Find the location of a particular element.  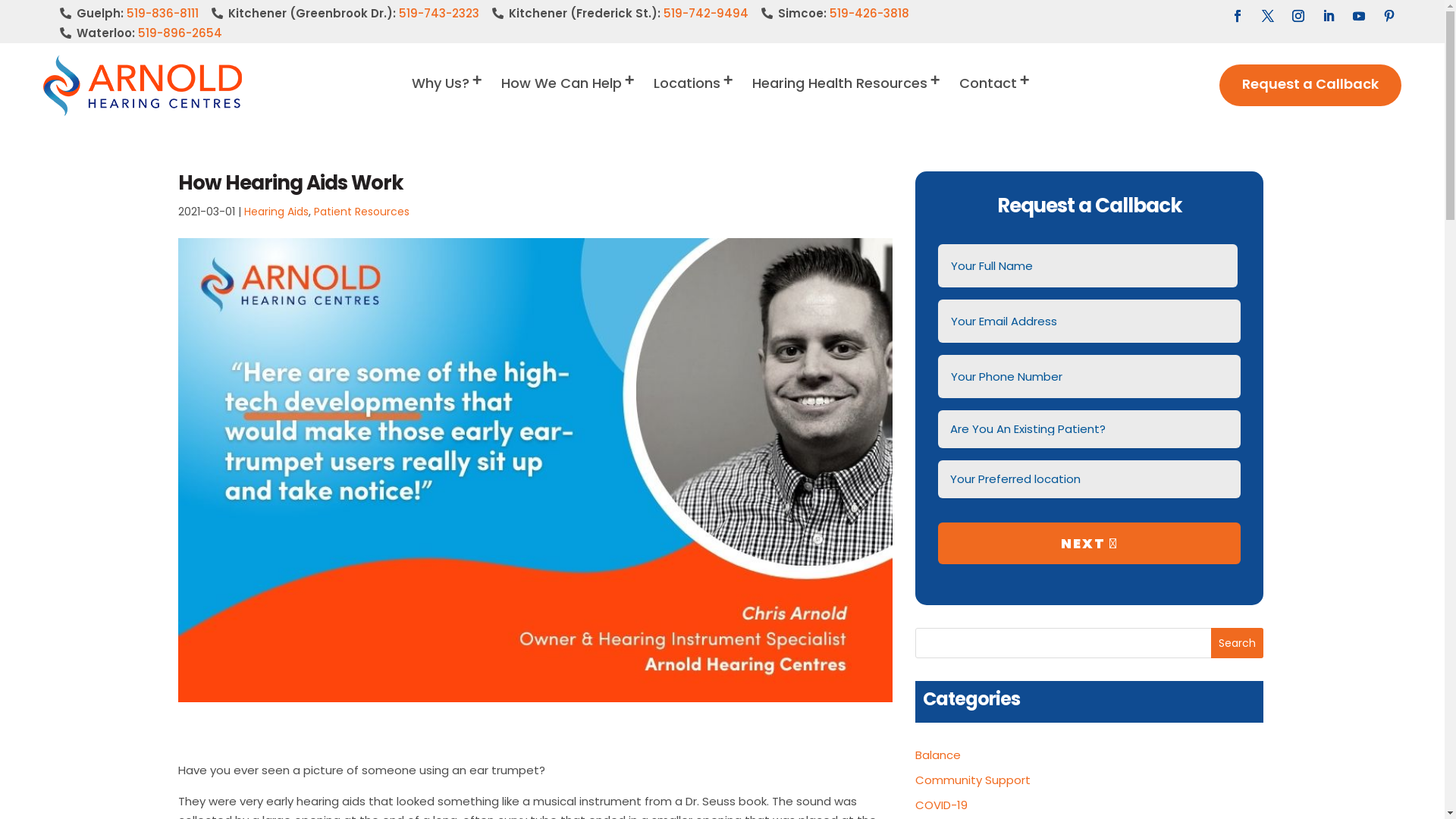

'Follow on Youtube' is located at coordinates (1358, 15).